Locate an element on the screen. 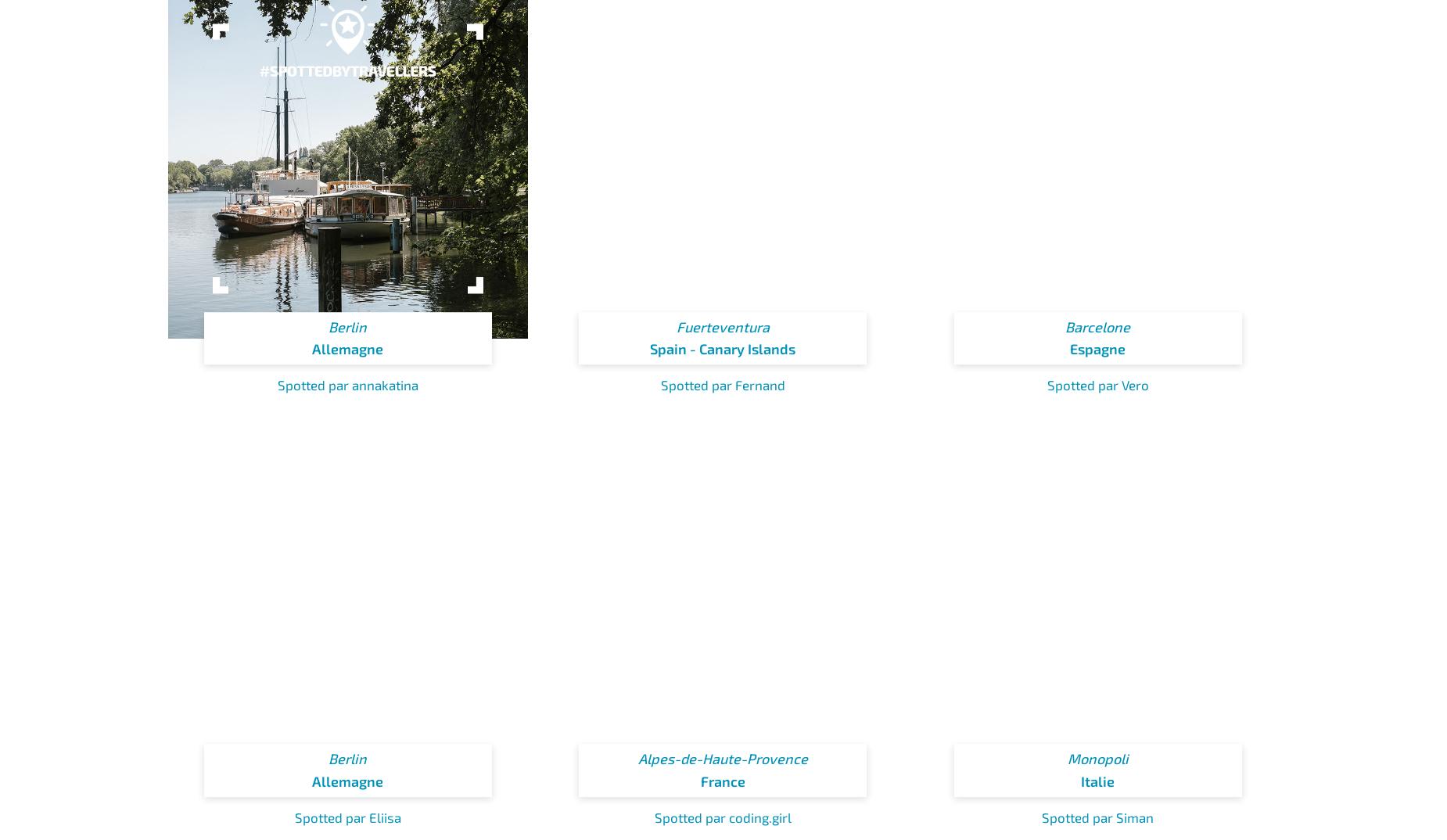  'Spotted par Vero' is located at coordinates (1097, 384).